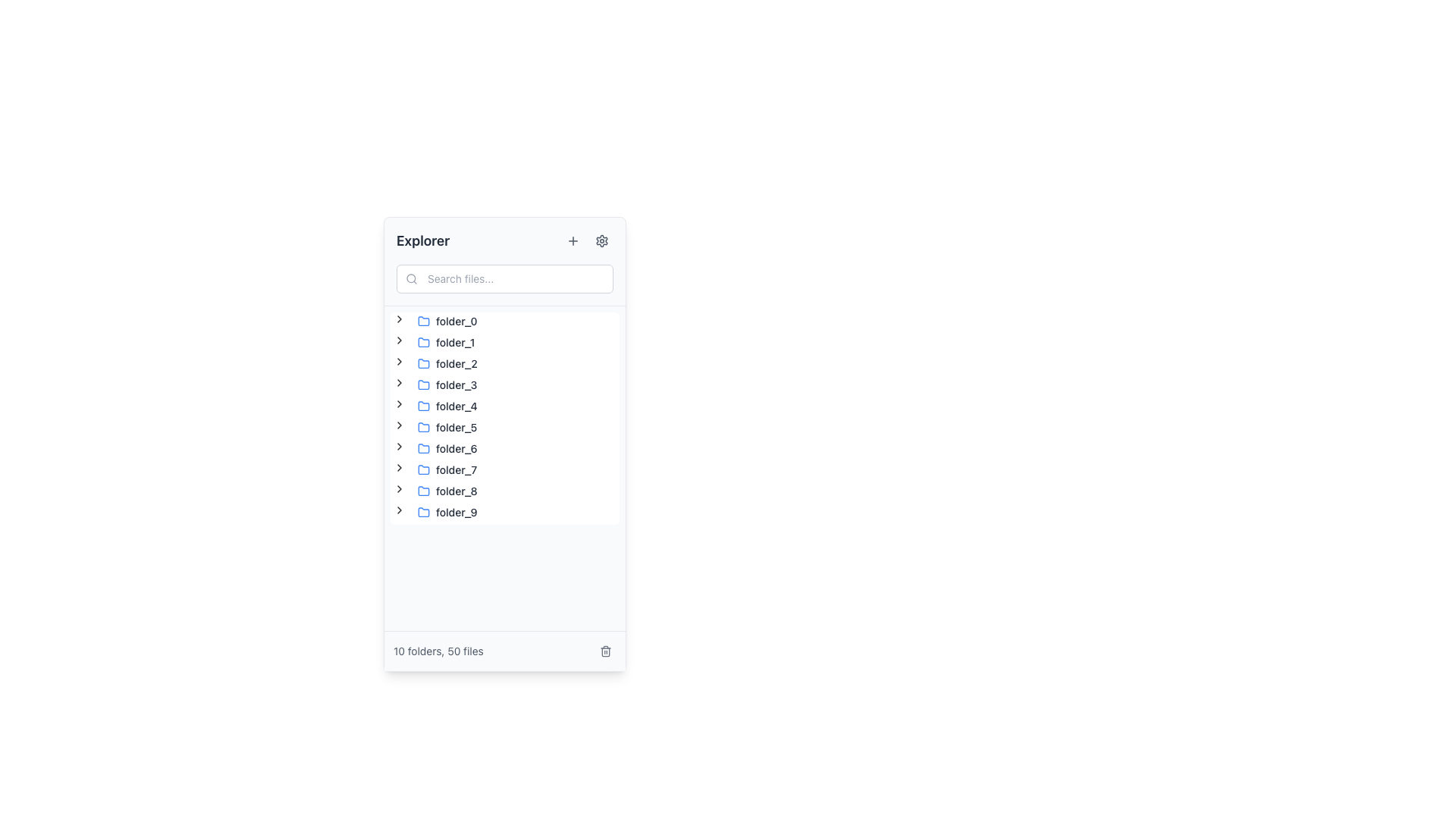  I want to click on the right-facing chevron icon in the folder list, so click(400, 488).